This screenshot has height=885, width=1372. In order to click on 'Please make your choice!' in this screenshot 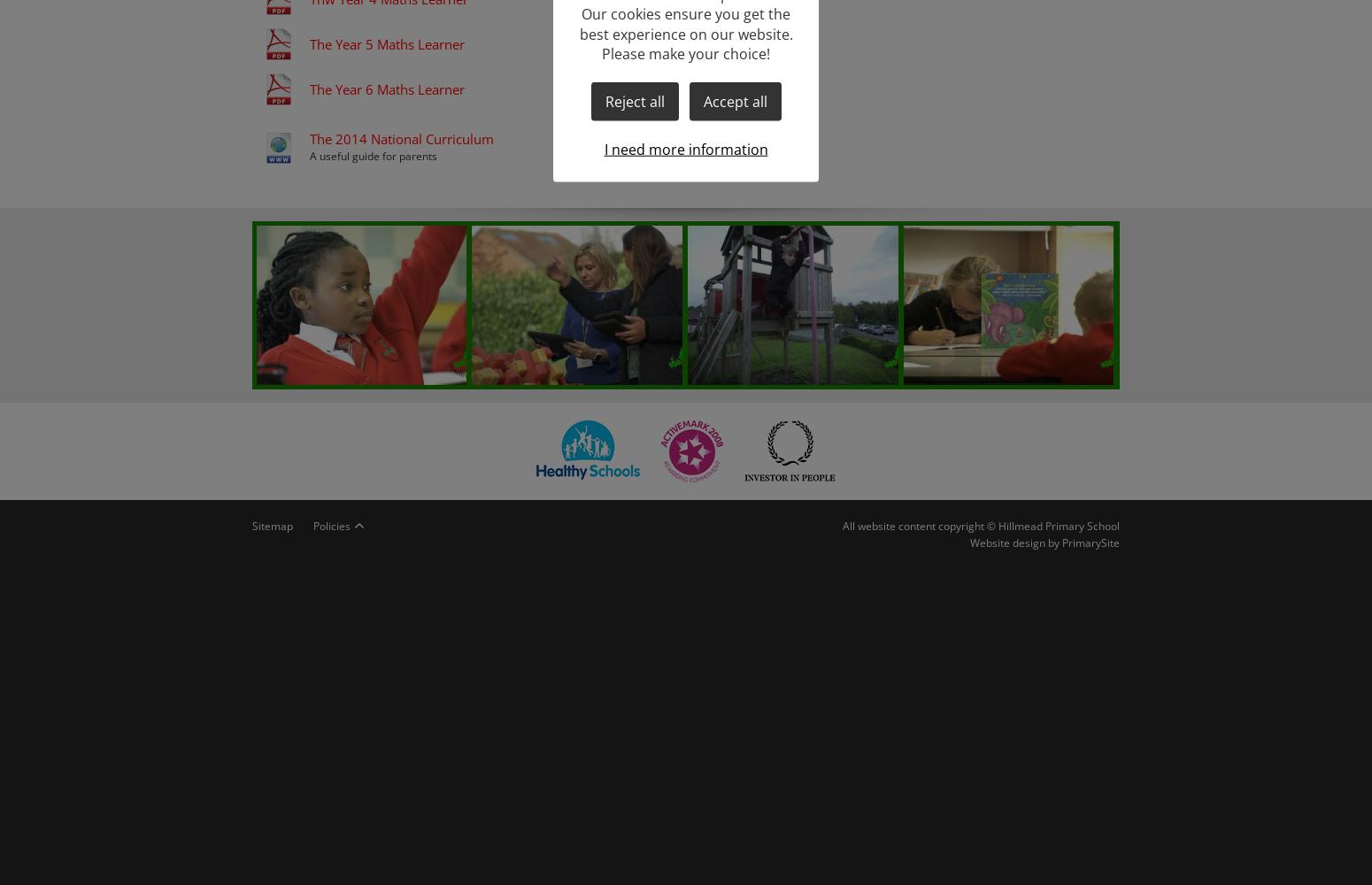, I will do `click(686, 53)`.